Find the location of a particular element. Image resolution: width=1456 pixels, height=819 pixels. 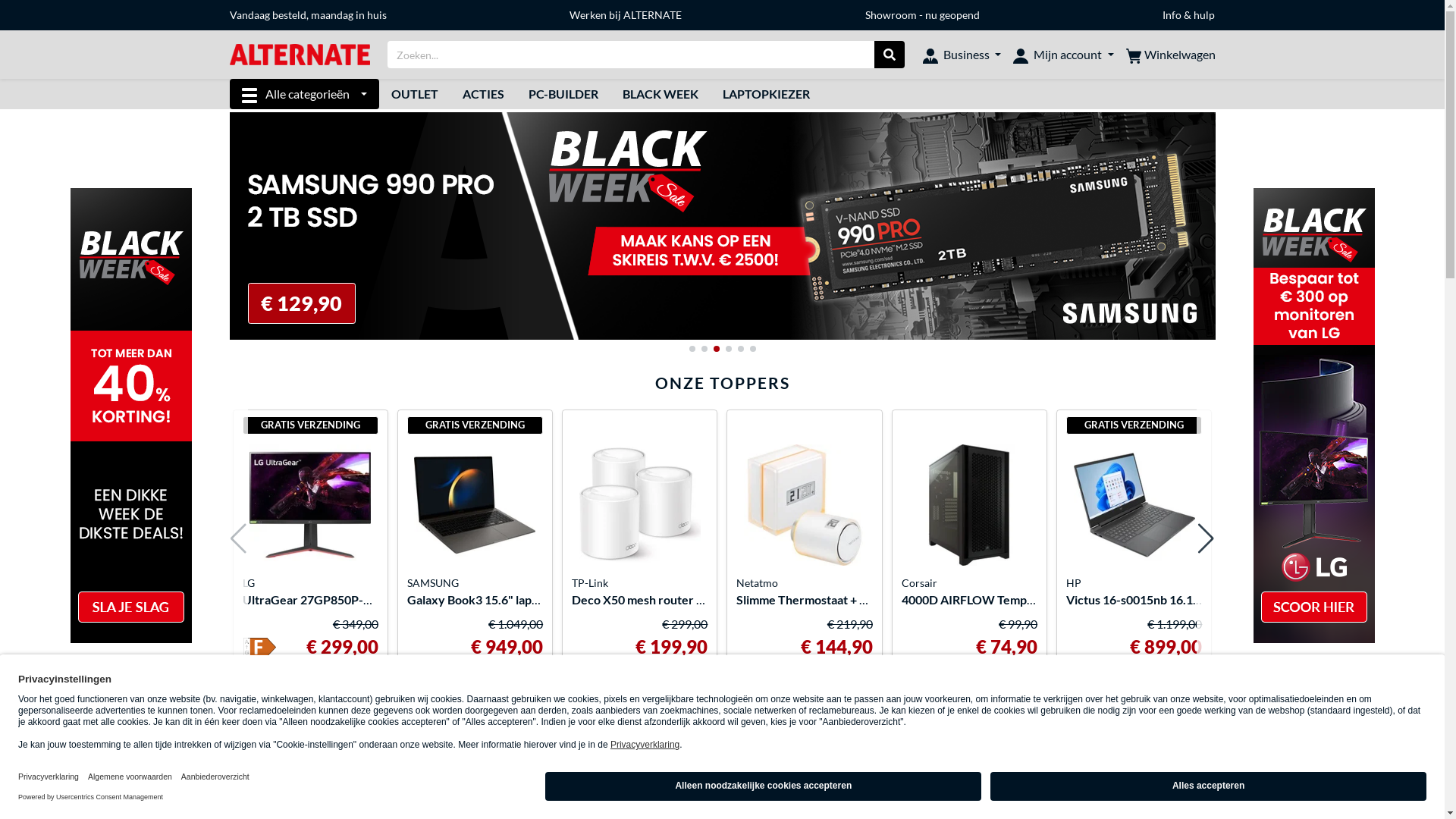

'Winkelwagen' is located at coordinates (1169, 54).